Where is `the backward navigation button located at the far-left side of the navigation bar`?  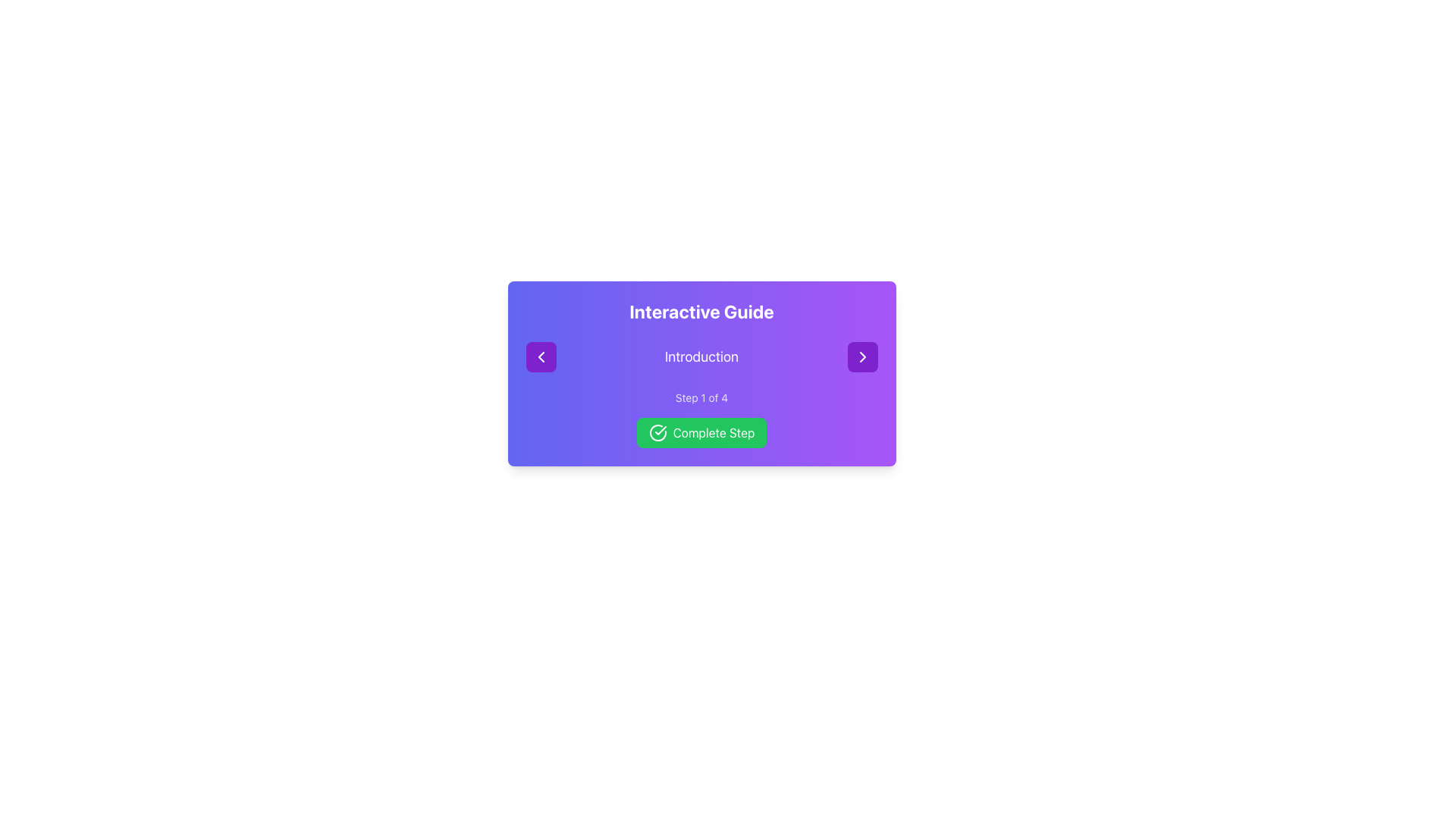
the backward navigation button located at the far-left side of the navigation bar is located at coordinates (541, 356).